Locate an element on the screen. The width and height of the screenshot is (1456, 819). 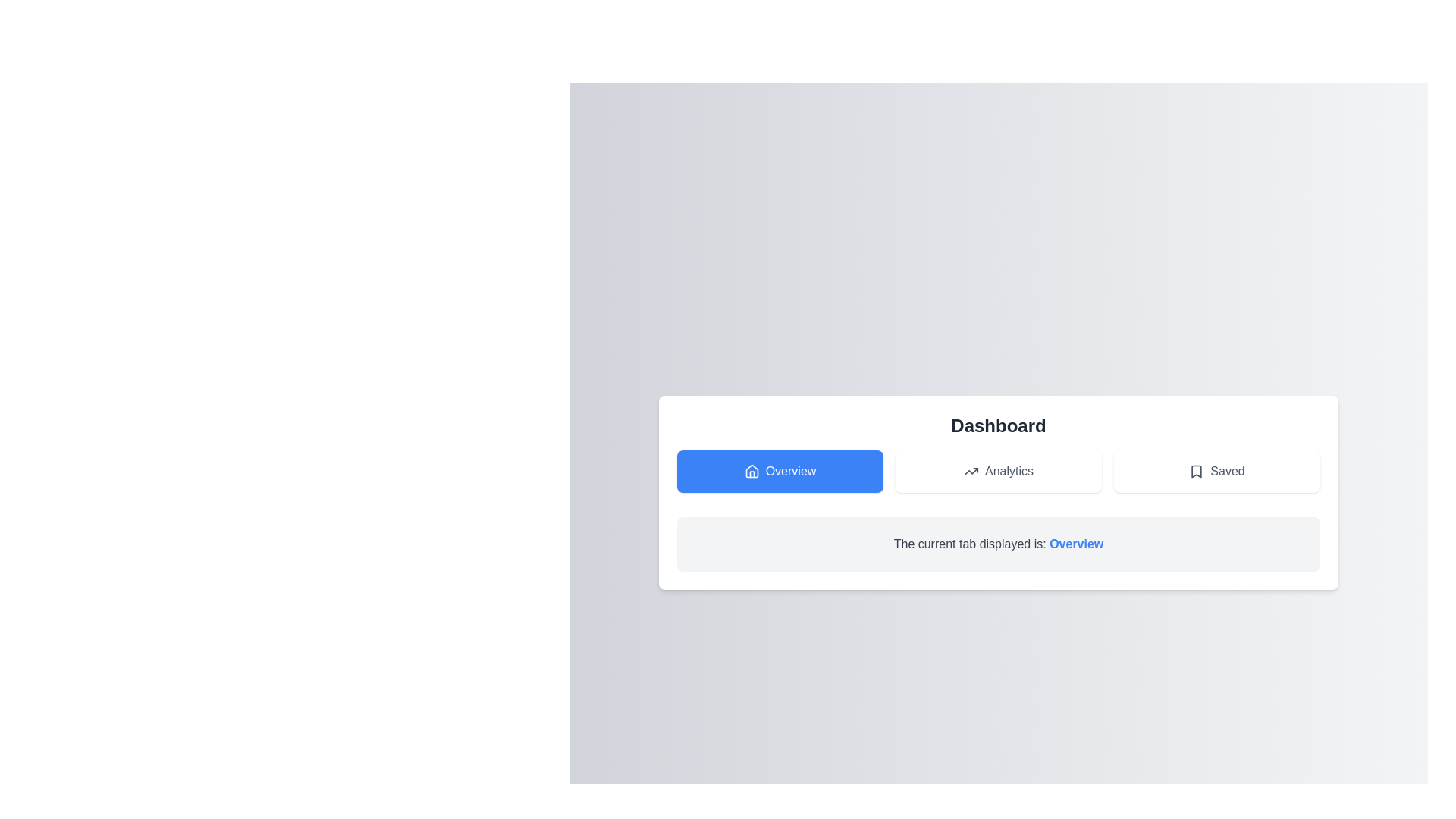
the small bookmark icon located in the top-right section of the dashboard interface, adjacent to the 'Saved' text is located at coordinates (1196, 470).